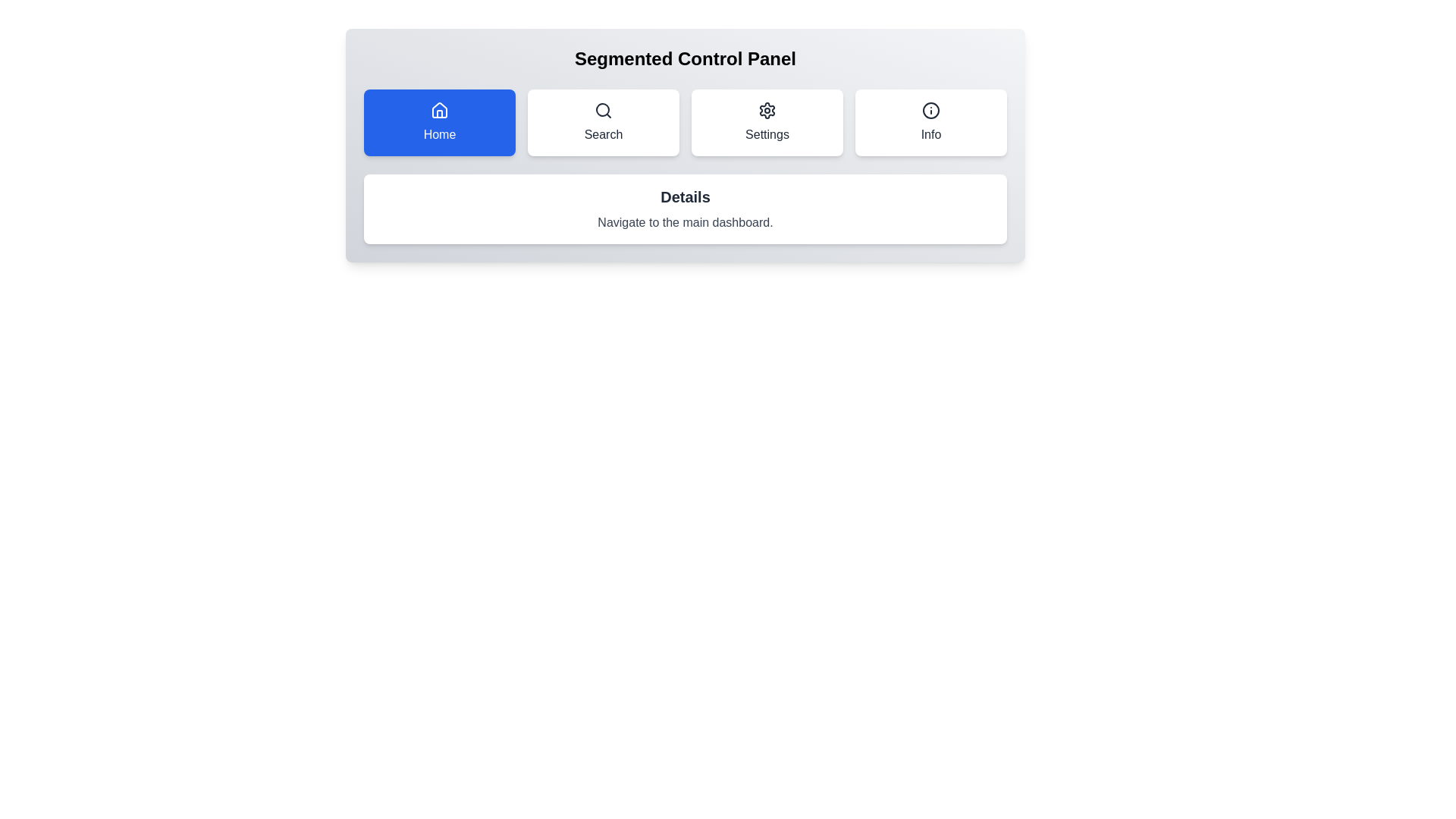  I want to click on the magnifying glass icon located at the center top of the 'Search' button, which is the second from the left among the four buttons in the main control panel, so click(603, 110).